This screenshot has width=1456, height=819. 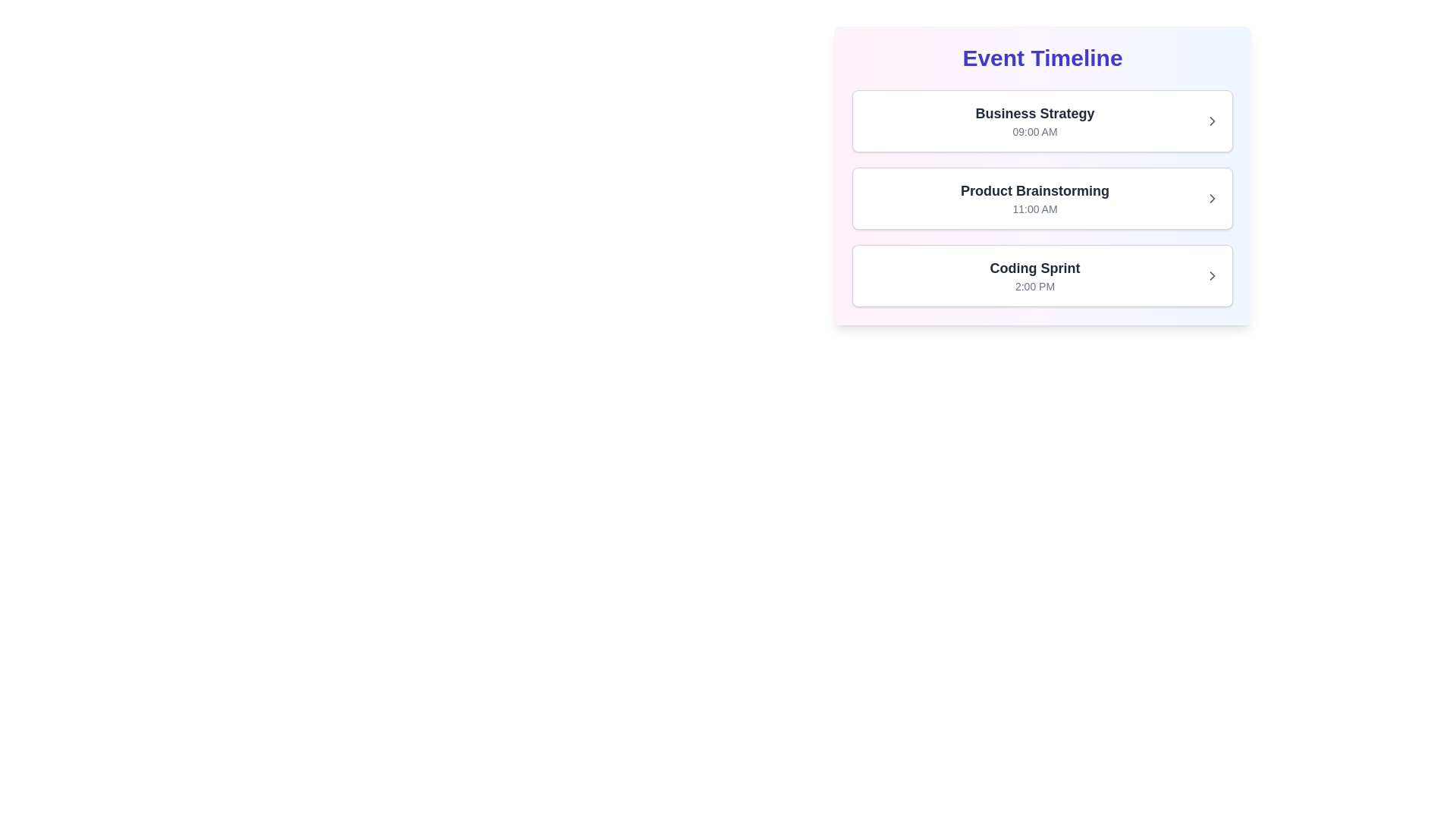 I want to click on text element displaying 'Product Brainstorming', which is located within the second section of the 'Event Timeline' panel, positioned above '11:00 AM' and below the title 'Event Timeline', so click(x=1034, y=190).